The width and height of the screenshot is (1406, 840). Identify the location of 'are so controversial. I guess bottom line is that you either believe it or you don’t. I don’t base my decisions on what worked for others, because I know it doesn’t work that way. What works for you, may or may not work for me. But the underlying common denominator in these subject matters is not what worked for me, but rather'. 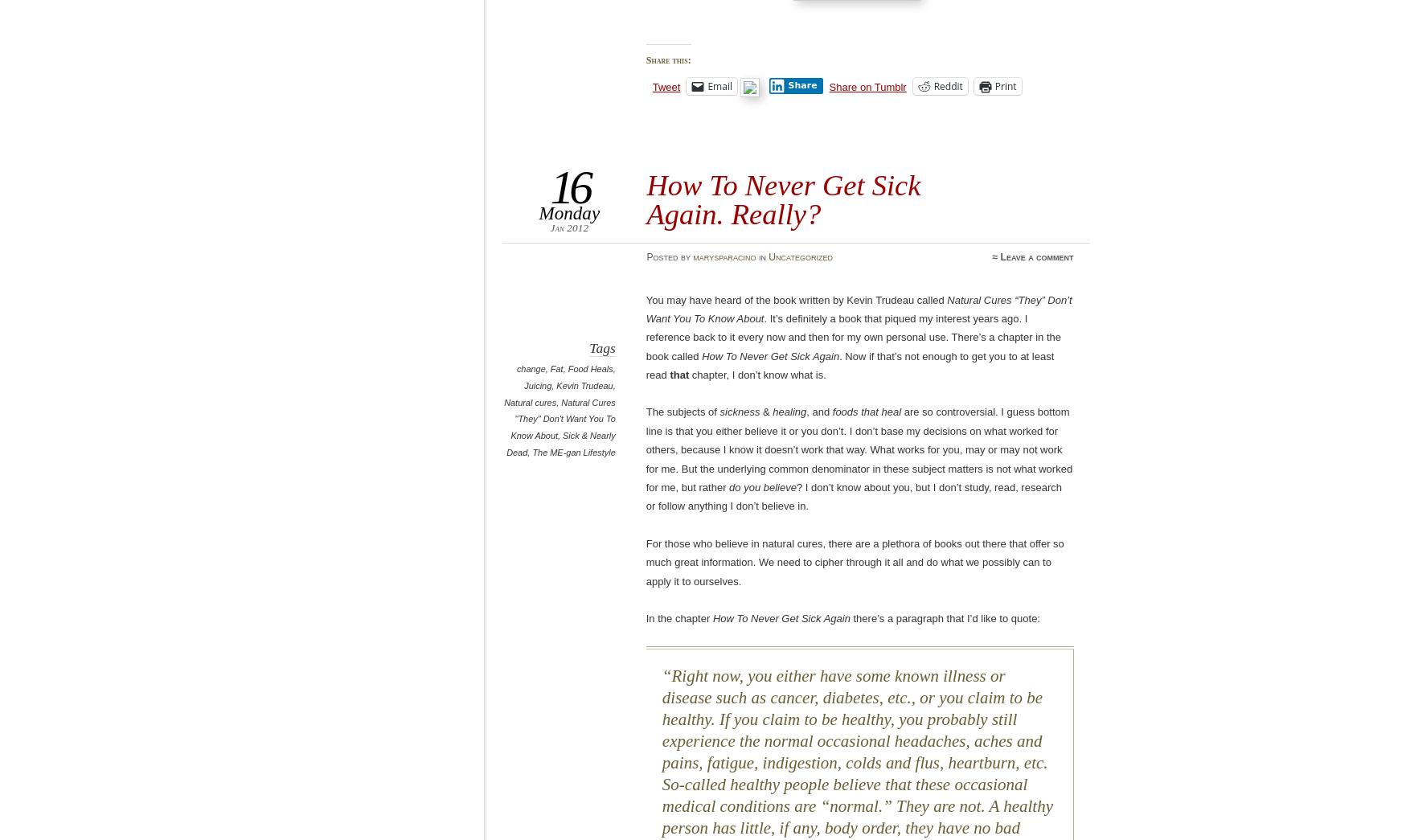
(859, 449).